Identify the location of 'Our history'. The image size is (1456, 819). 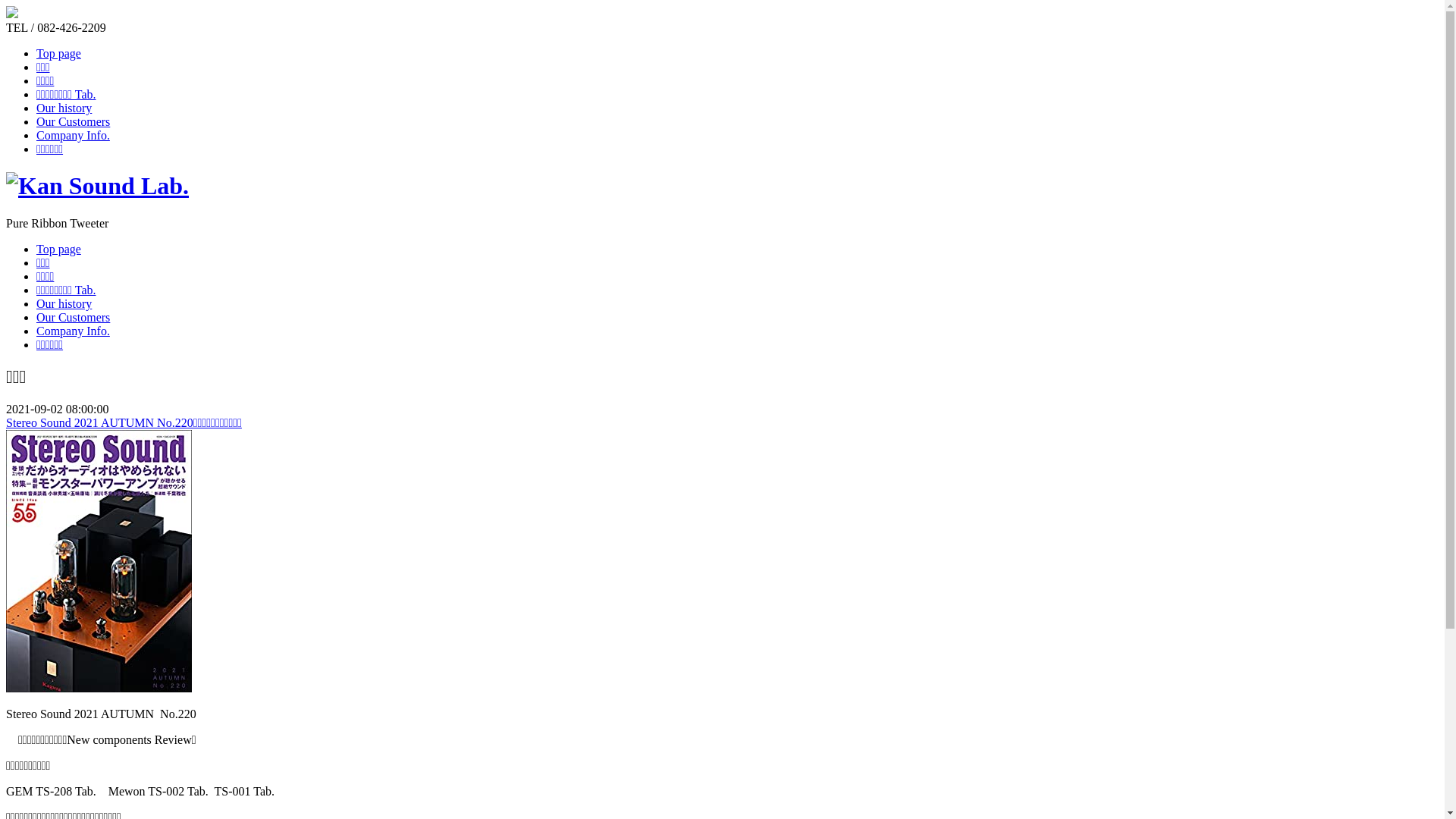
(63, 107).